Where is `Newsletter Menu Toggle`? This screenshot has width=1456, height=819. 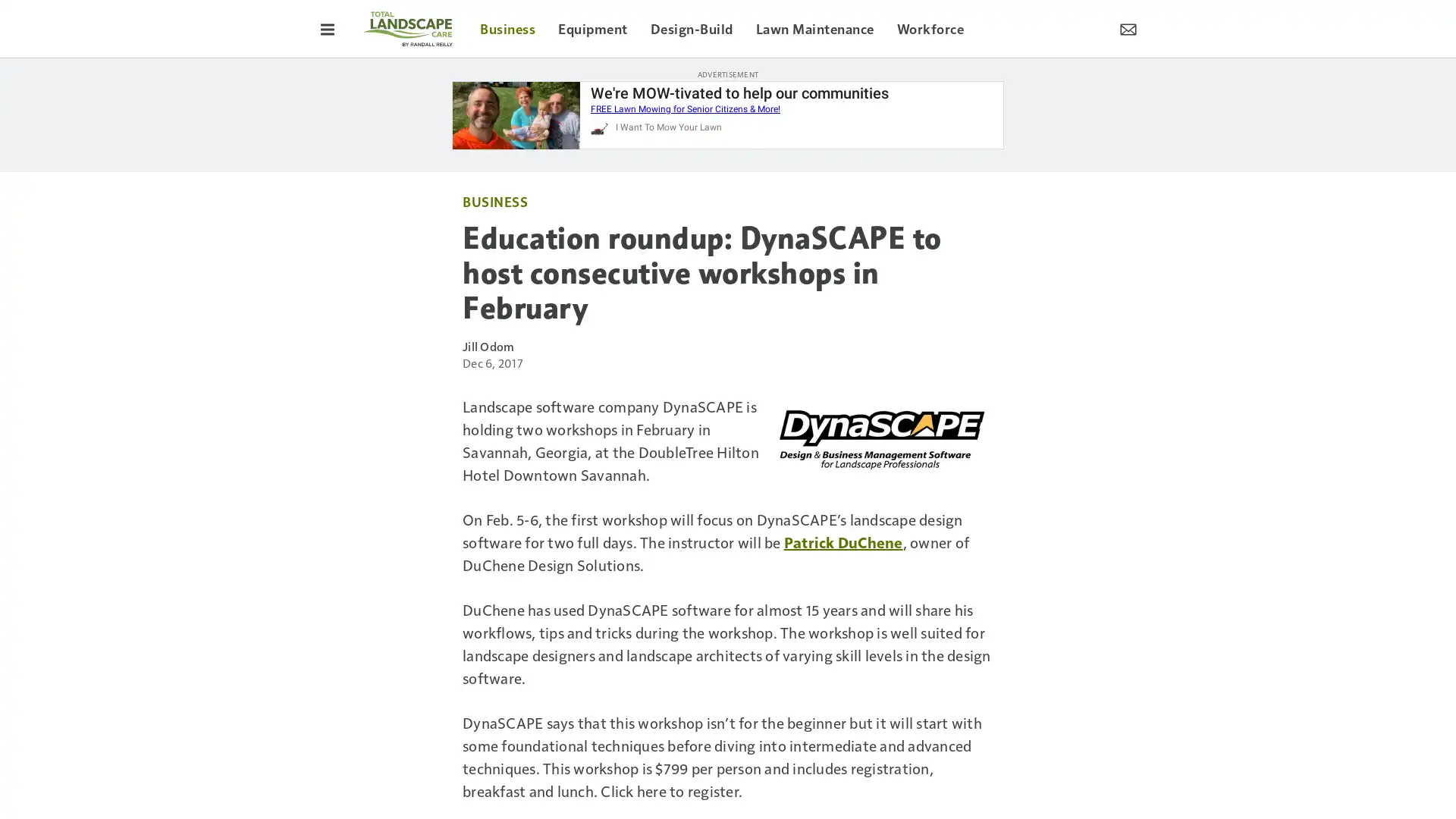
Newsletter Menu Toggle is located at coordinates (1128, 28).